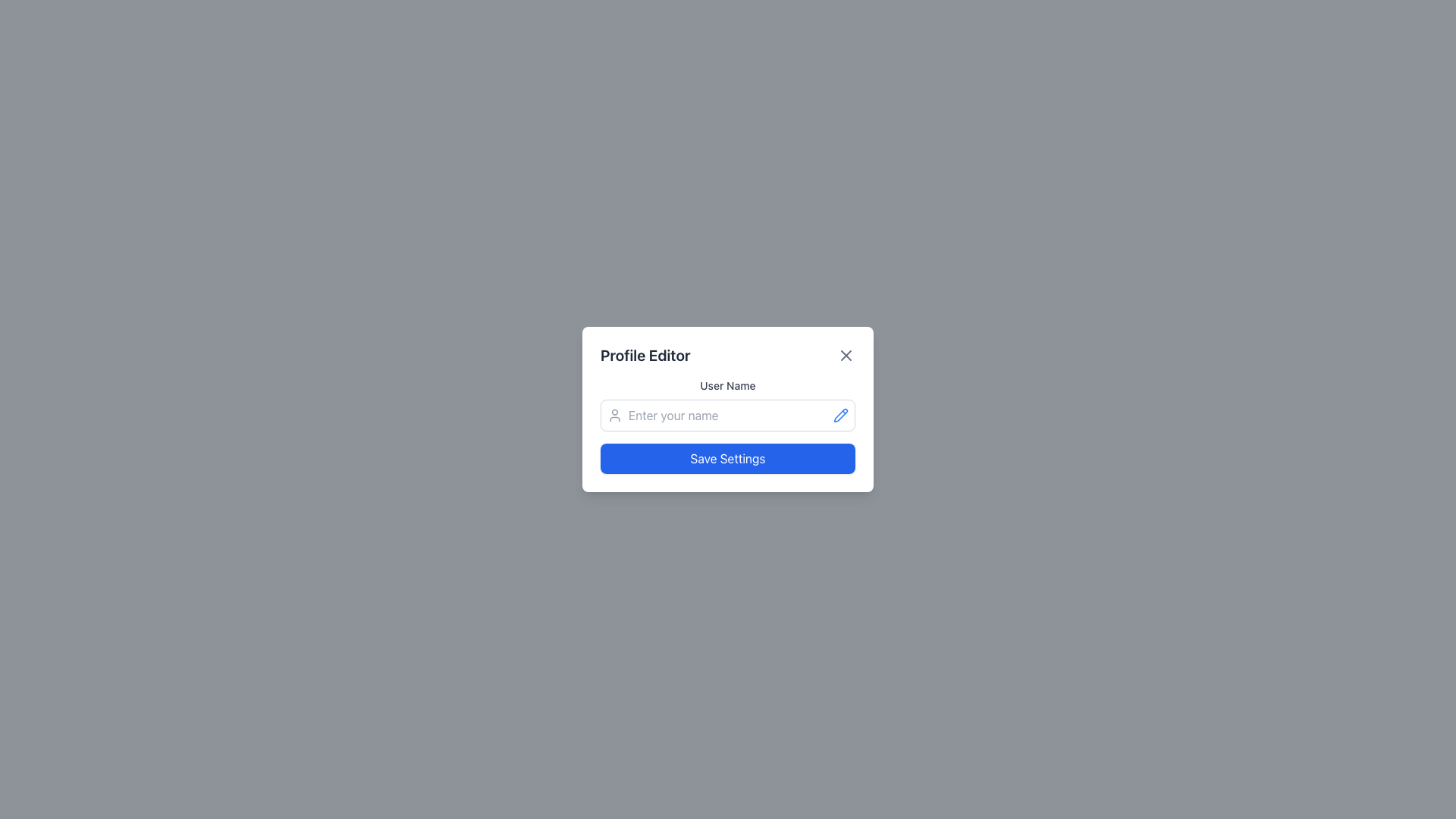 This screenshot has width=1456, height=819. What do you see at coordinates (728, 409) in the screenshot?
I see `within the profile editor input field of the modal dialog box to type a name` at bounding box center [728, 409].